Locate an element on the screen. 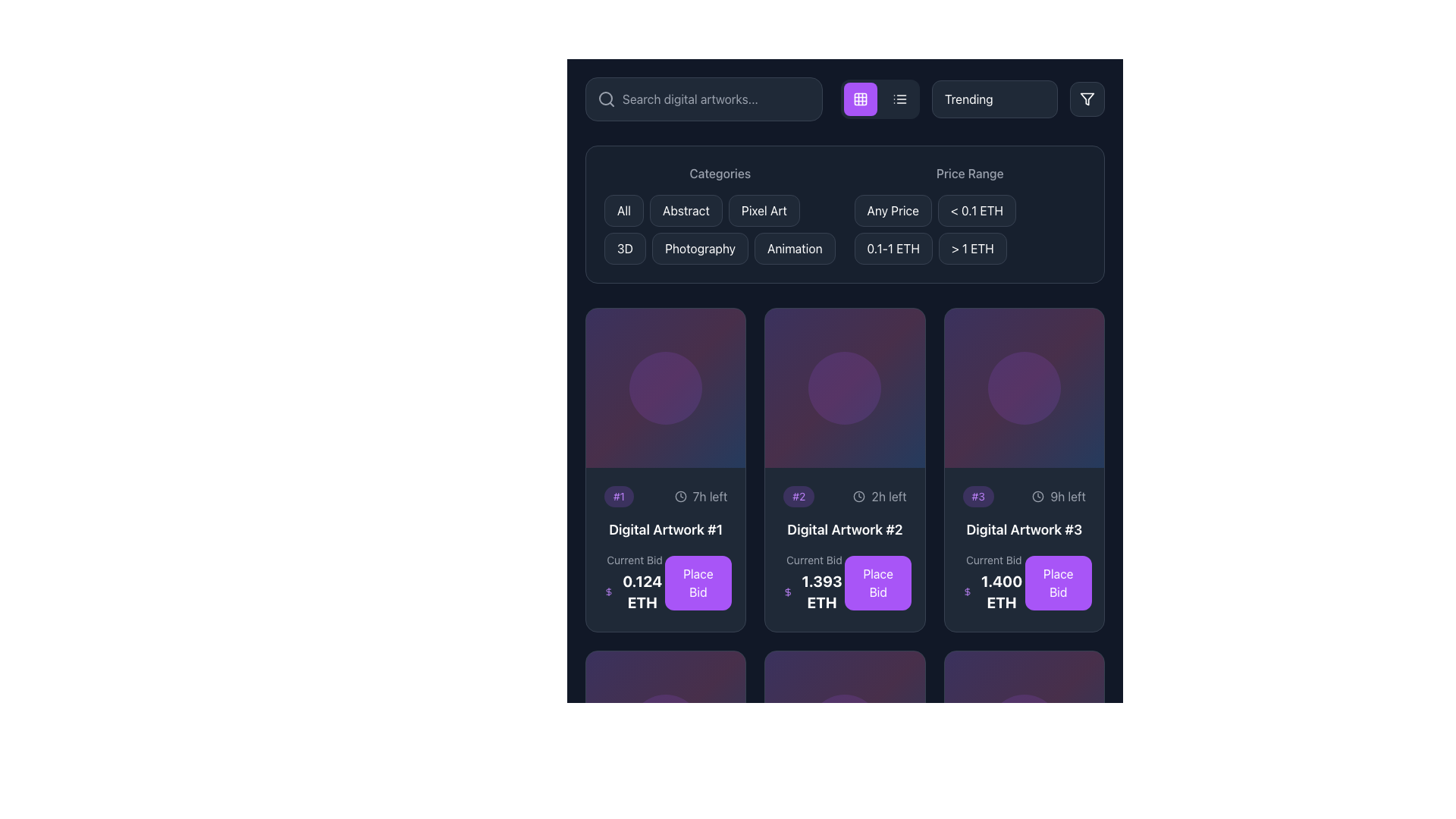 This screenshot has height=819, width=1456. the text label displaying 'Digital Artwork #2', which is located within the second card of a grid layout, under the header area is located at coordinates (844, 529).